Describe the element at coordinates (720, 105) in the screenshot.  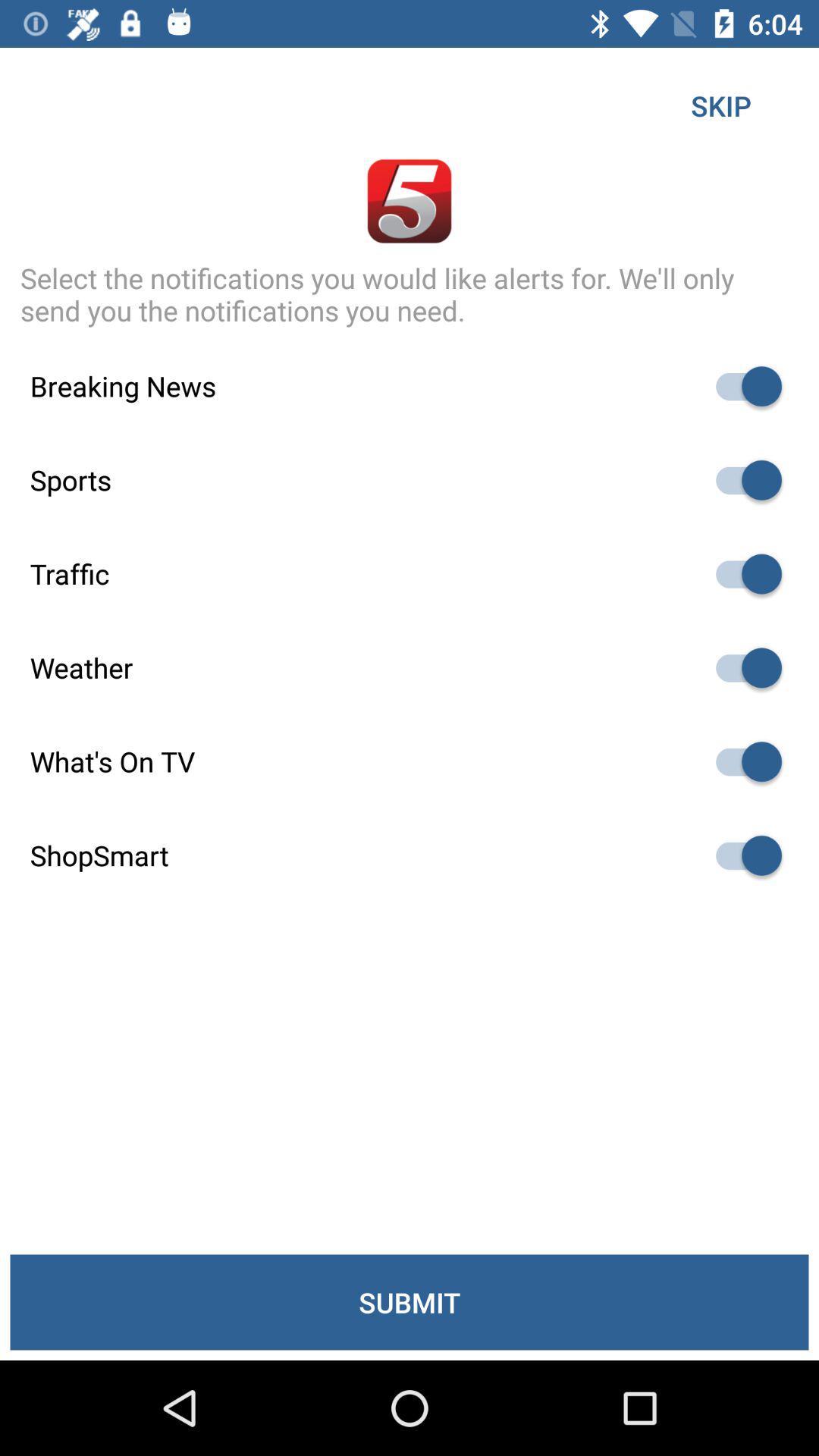
I see `the skip item` at that location.